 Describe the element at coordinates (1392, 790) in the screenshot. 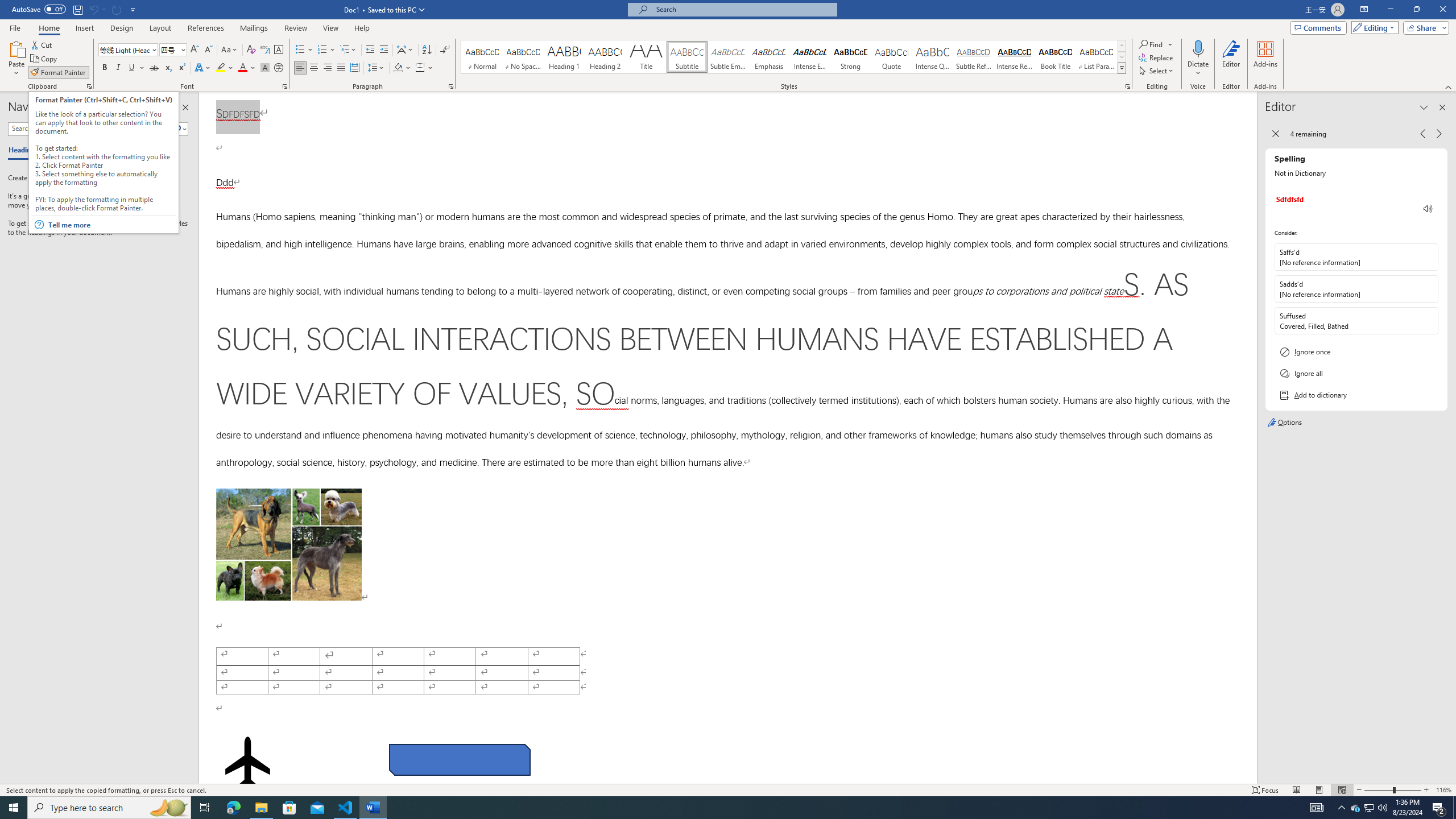

I see `'Zoom'` at that location.